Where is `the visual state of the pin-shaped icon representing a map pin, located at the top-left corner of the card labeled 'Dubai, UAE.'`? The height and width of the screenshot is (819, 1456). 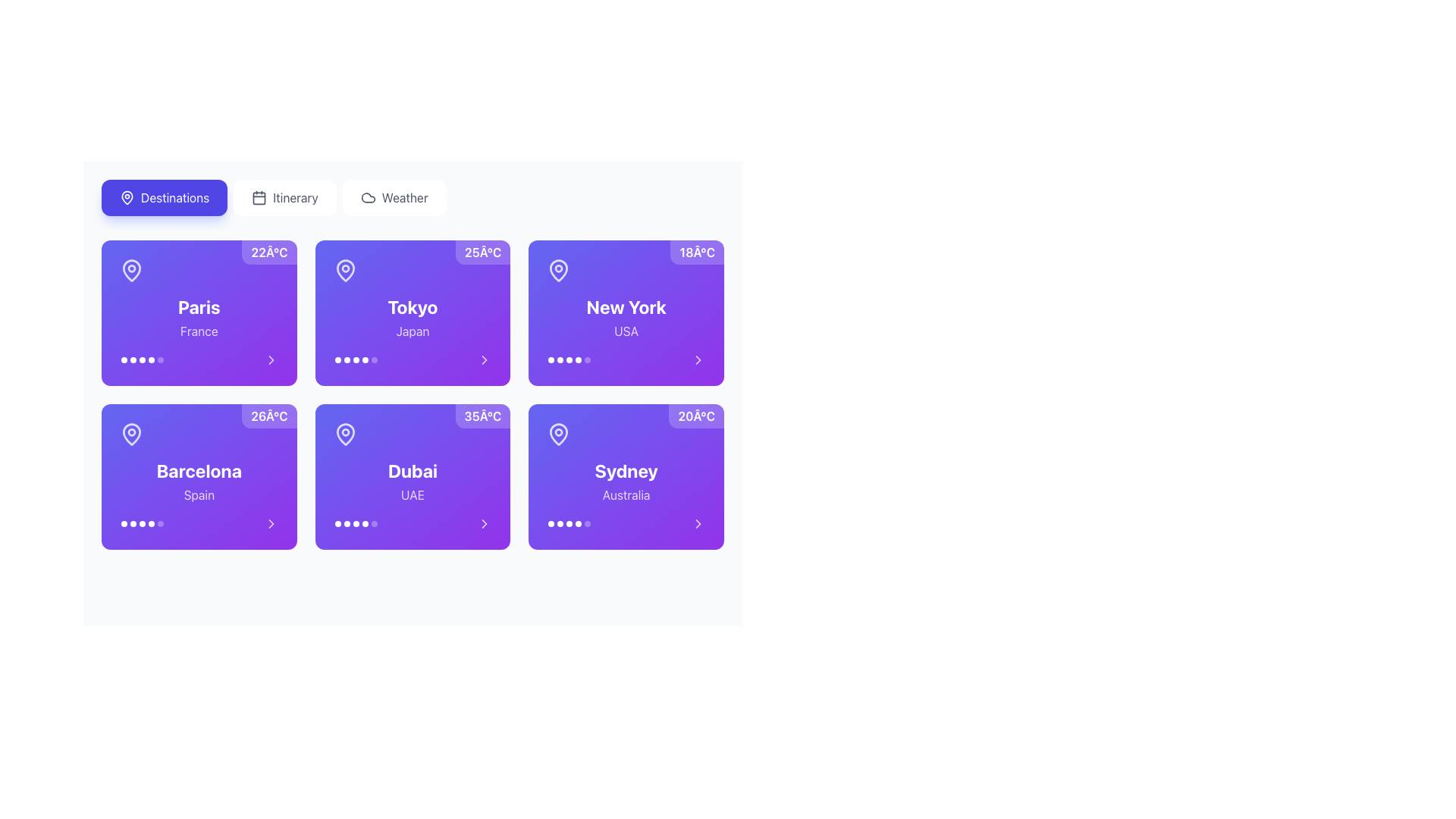 the visual state of the pin-shaped icon representing a map pin, located at the top-left corner of the card labeled 'Dubai, UAE.' is located at coordinates (344, 435).